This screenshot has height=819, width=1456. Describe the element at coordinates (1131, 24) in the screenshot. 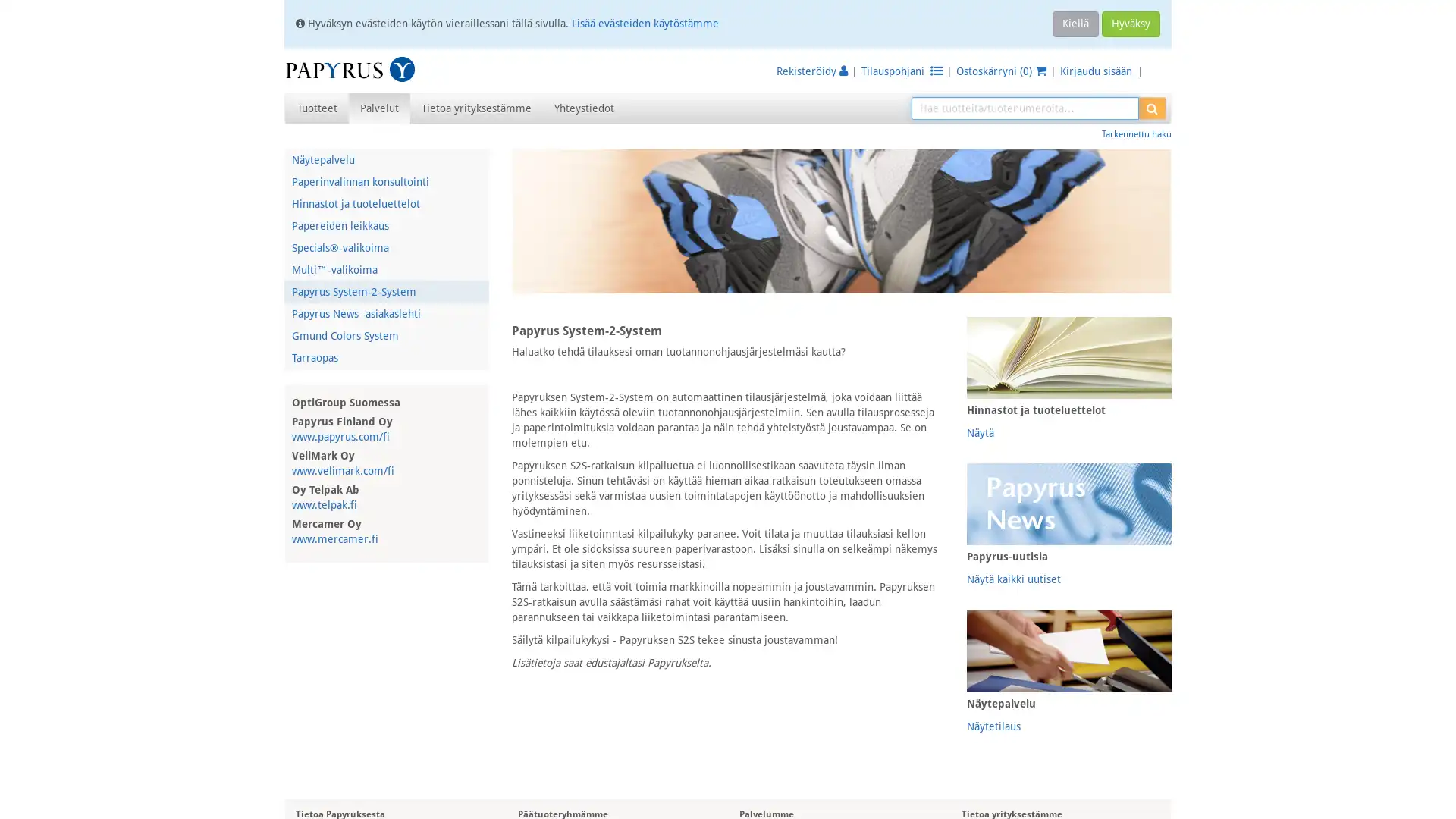

I see `Hyvaksy` at that location.